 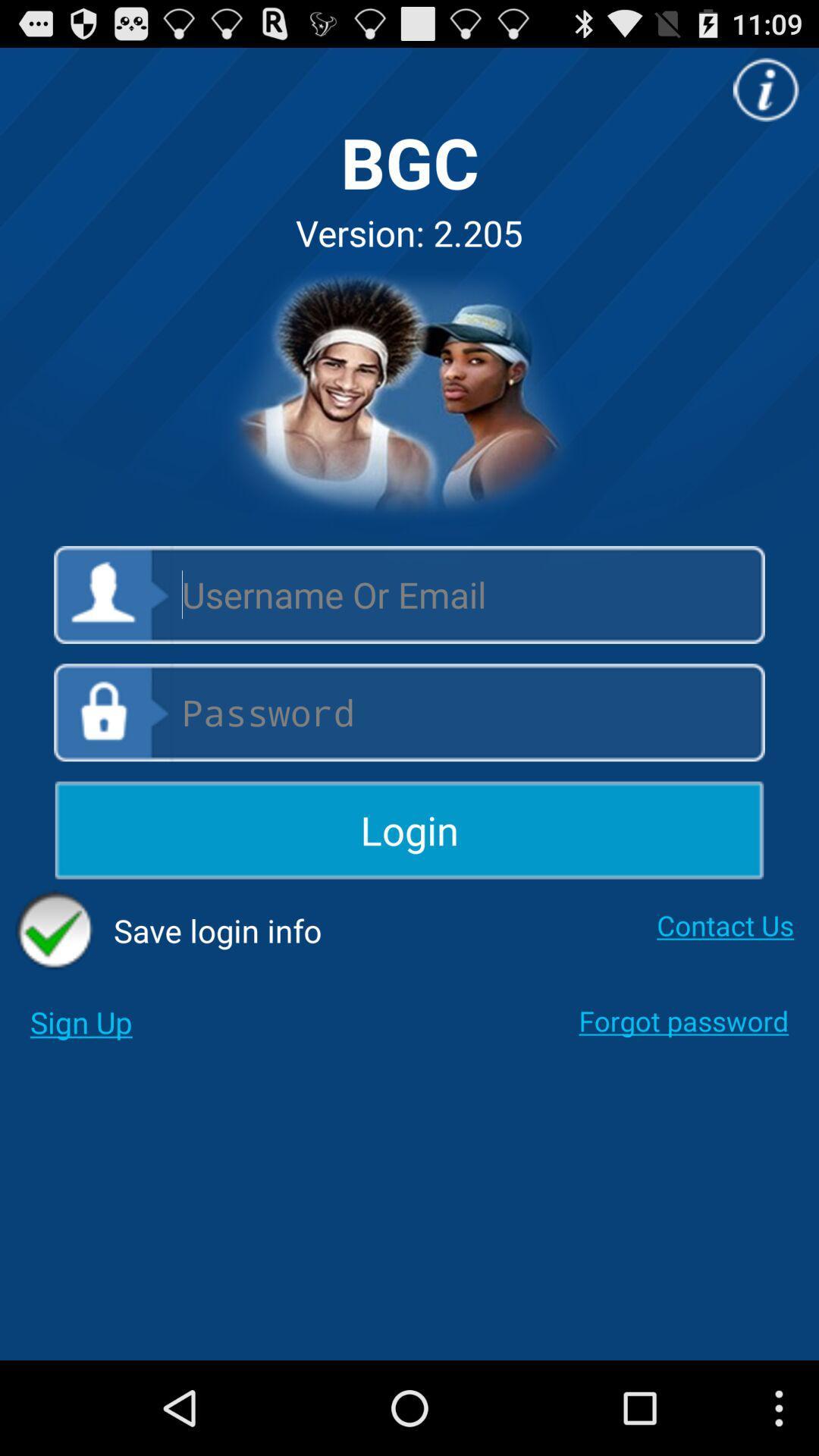 I want to click on app next to the sign up icon, so click(x=683, y=1021).